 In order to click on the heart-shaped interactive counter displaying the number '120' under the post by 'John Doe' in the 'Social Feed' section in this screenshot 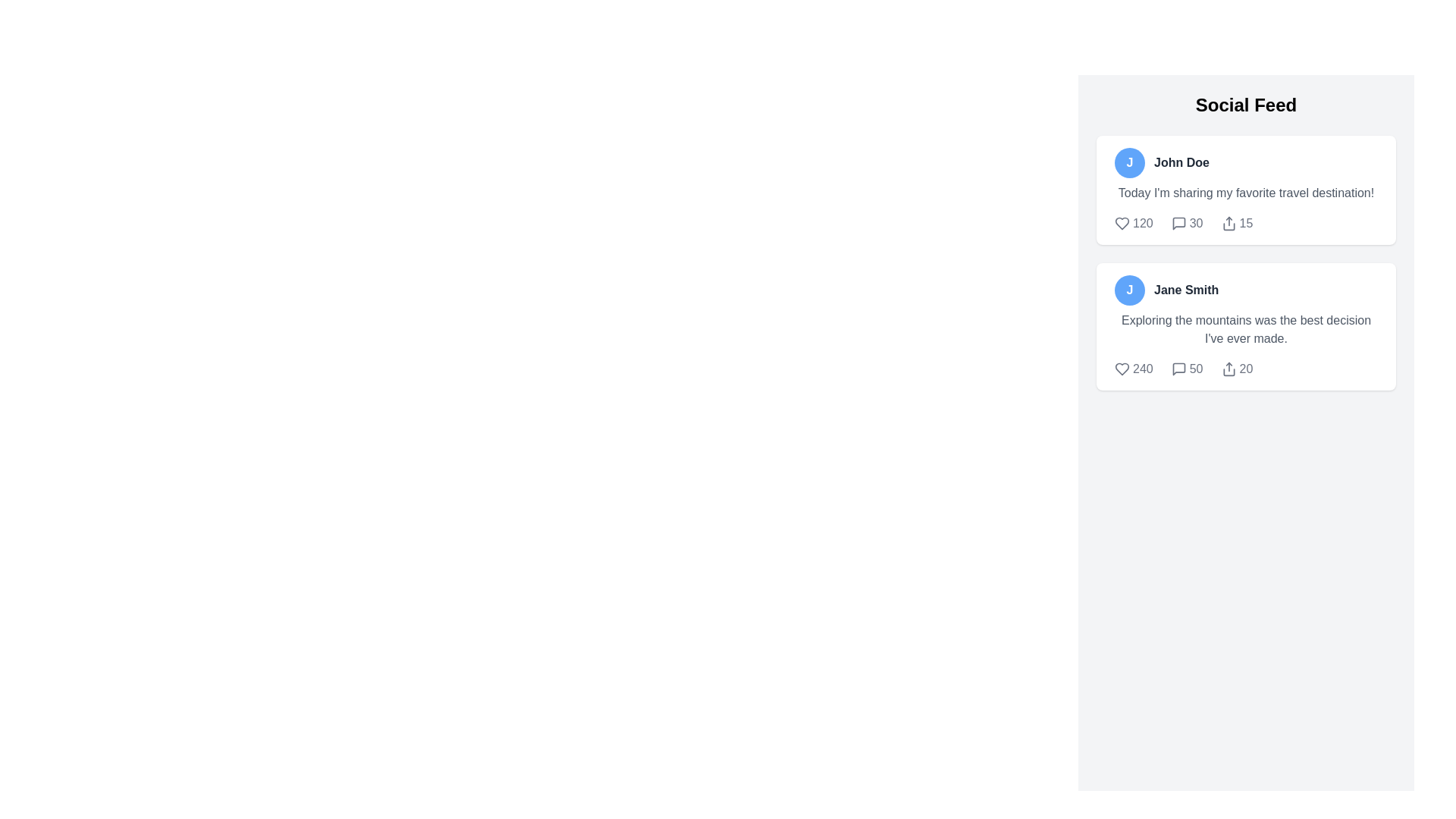, I will do `click(1134, 223)`.